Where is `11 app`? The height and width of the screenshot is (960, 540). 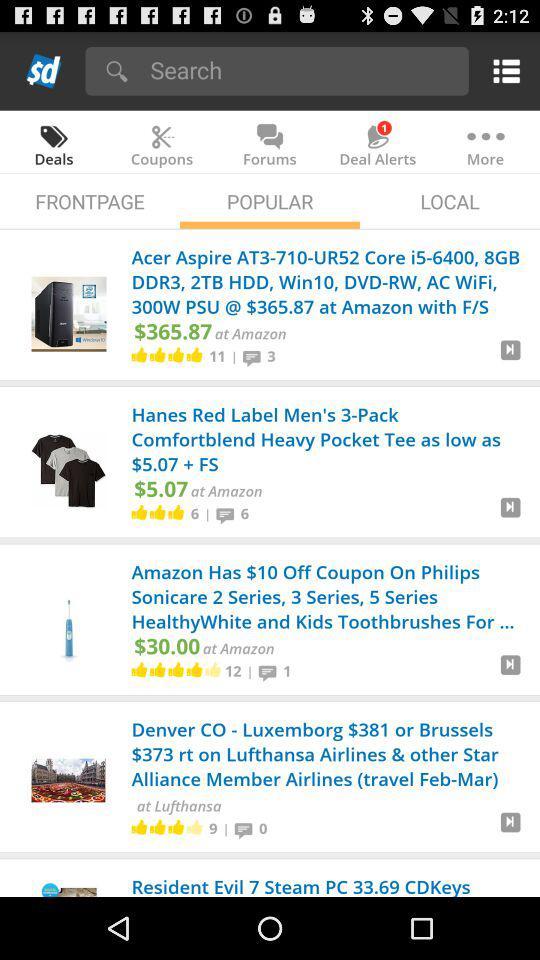
11 app is located at coordinates (216, 355).